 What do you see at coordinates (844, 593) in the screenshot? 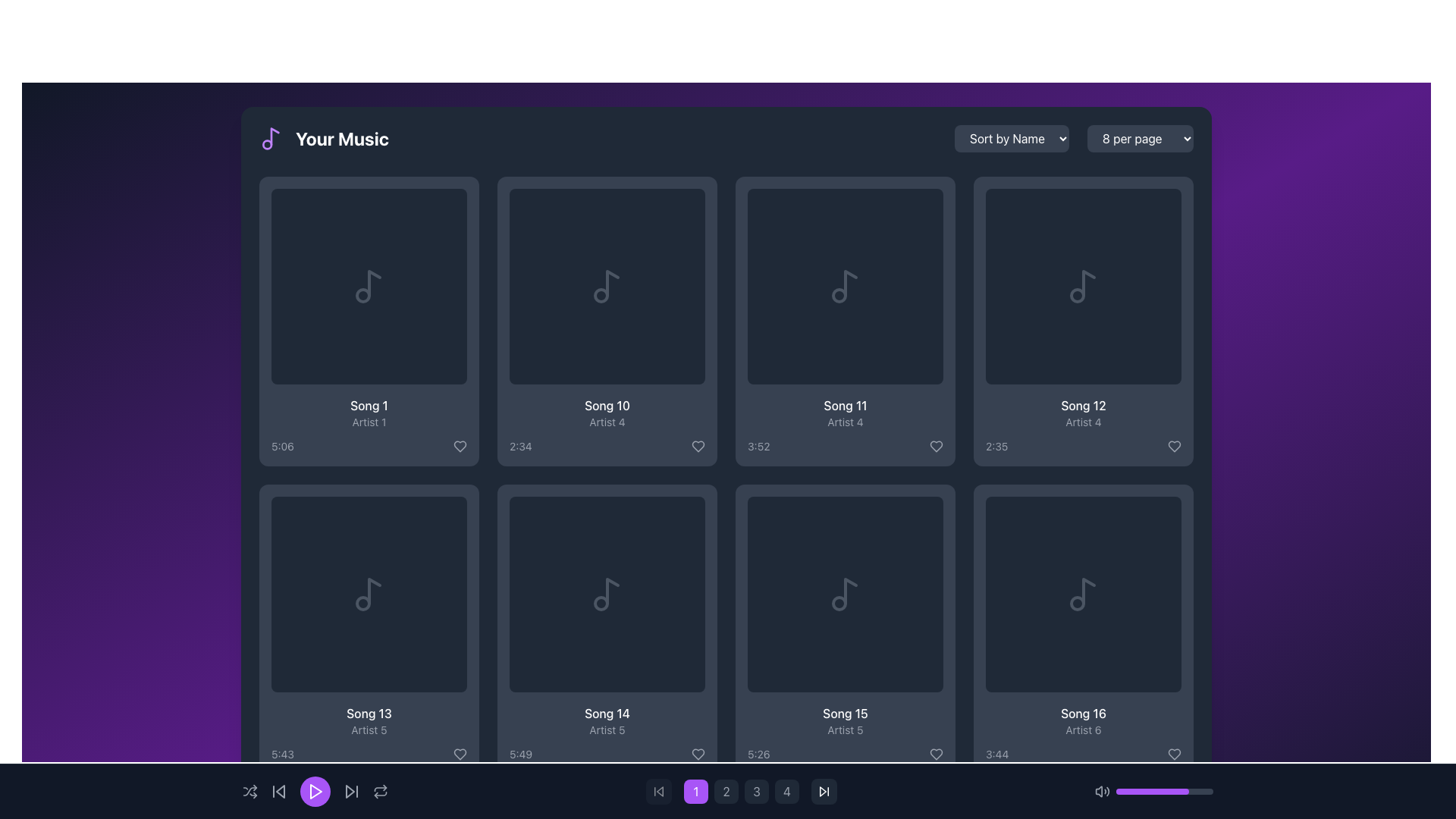
I see `the interactive tile representing 'Song 15' in the bottom right corner of the grid layout` at bounding box center [844, 593].